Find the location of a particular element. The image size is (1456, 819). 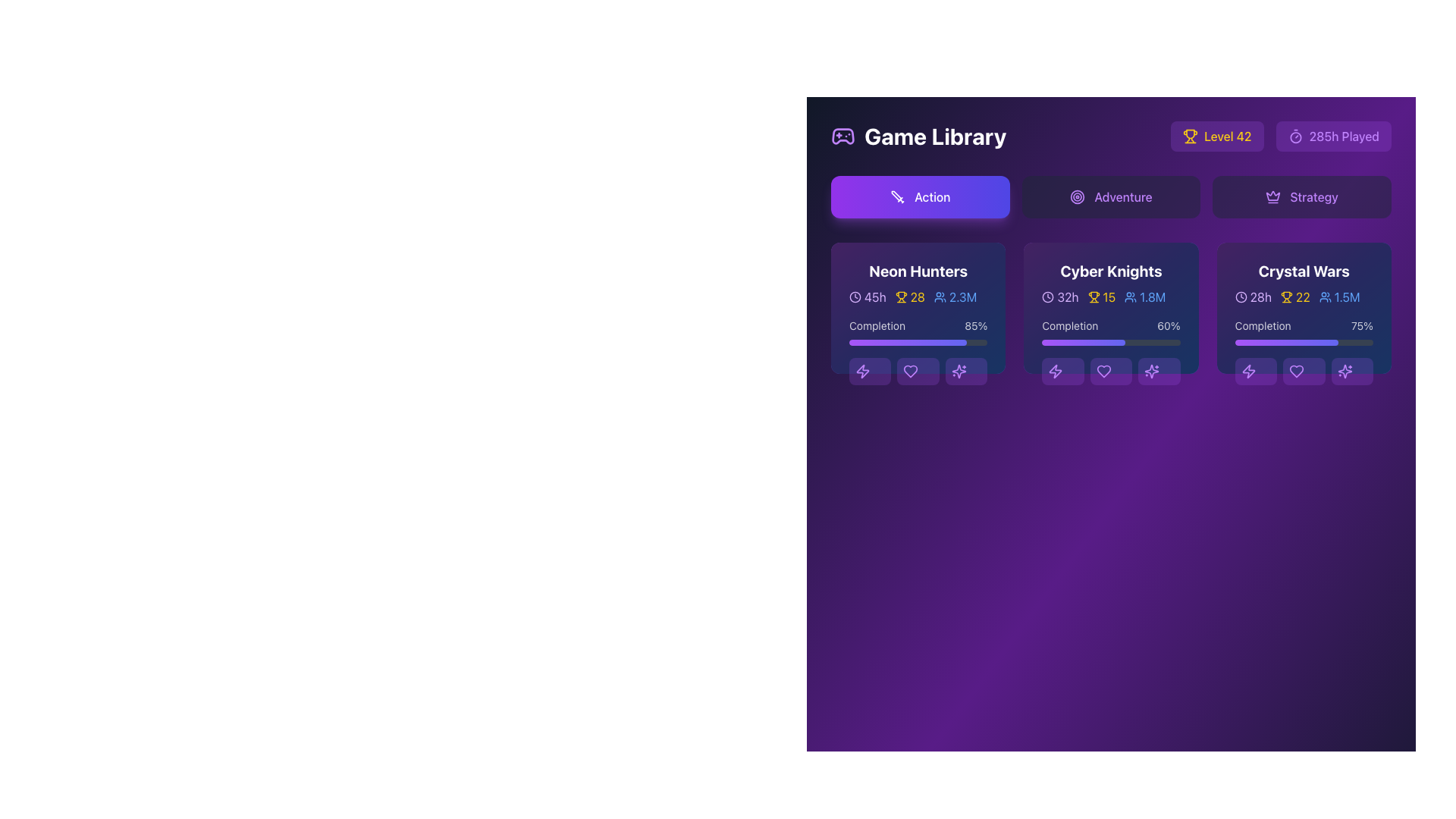

the content of the text label displaying '28h' styled in purple with a clock icon, located in the 'Crystal Wars' section of the Game Library is located at coordinates (1253, 297).